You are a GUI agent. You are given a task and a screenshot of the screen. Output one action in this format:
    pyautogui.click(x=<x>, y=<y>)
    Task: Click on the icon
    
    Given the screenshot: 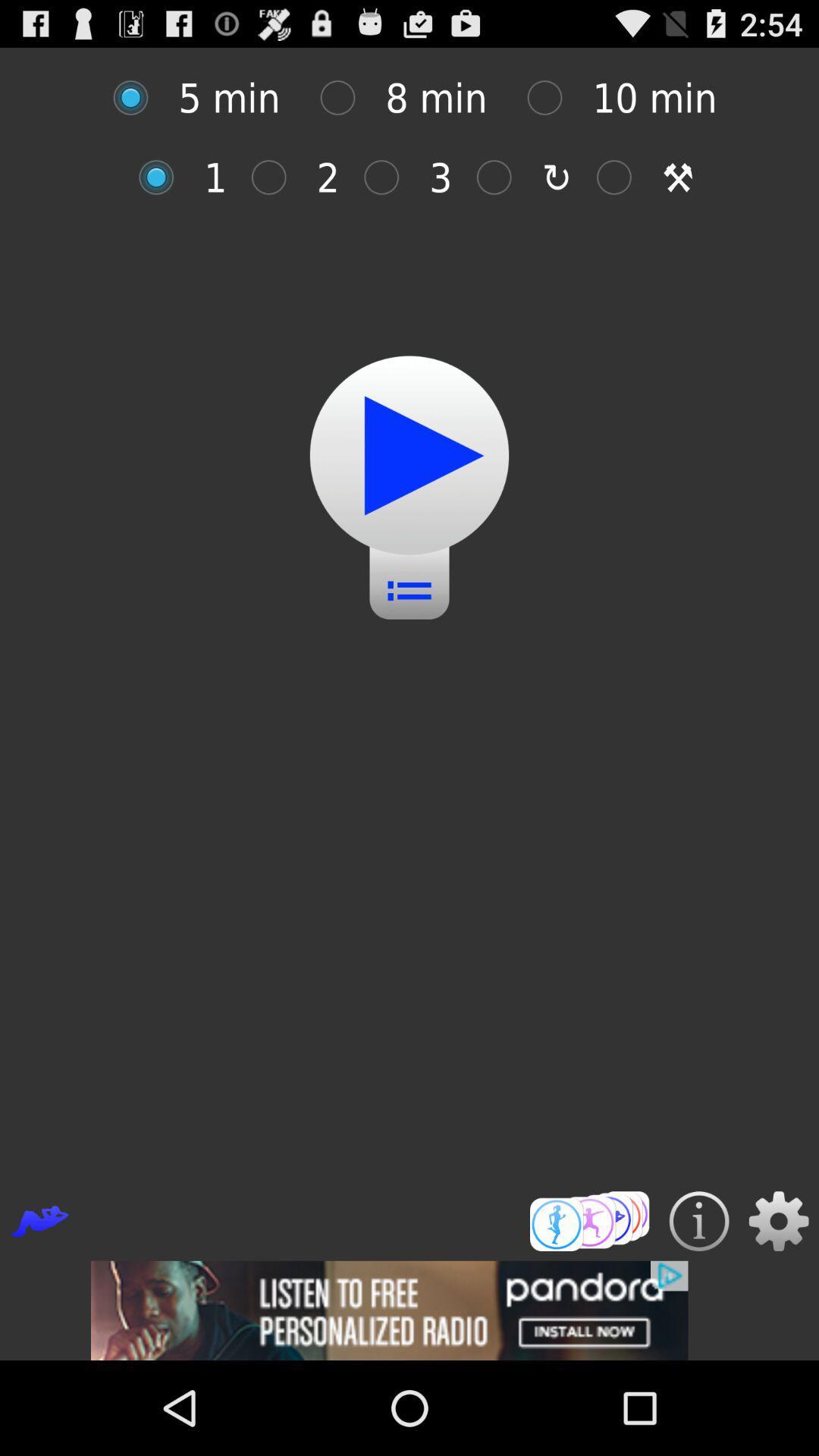 What is the action you would take?
    pyautogui.click(x=622, y=177)
    